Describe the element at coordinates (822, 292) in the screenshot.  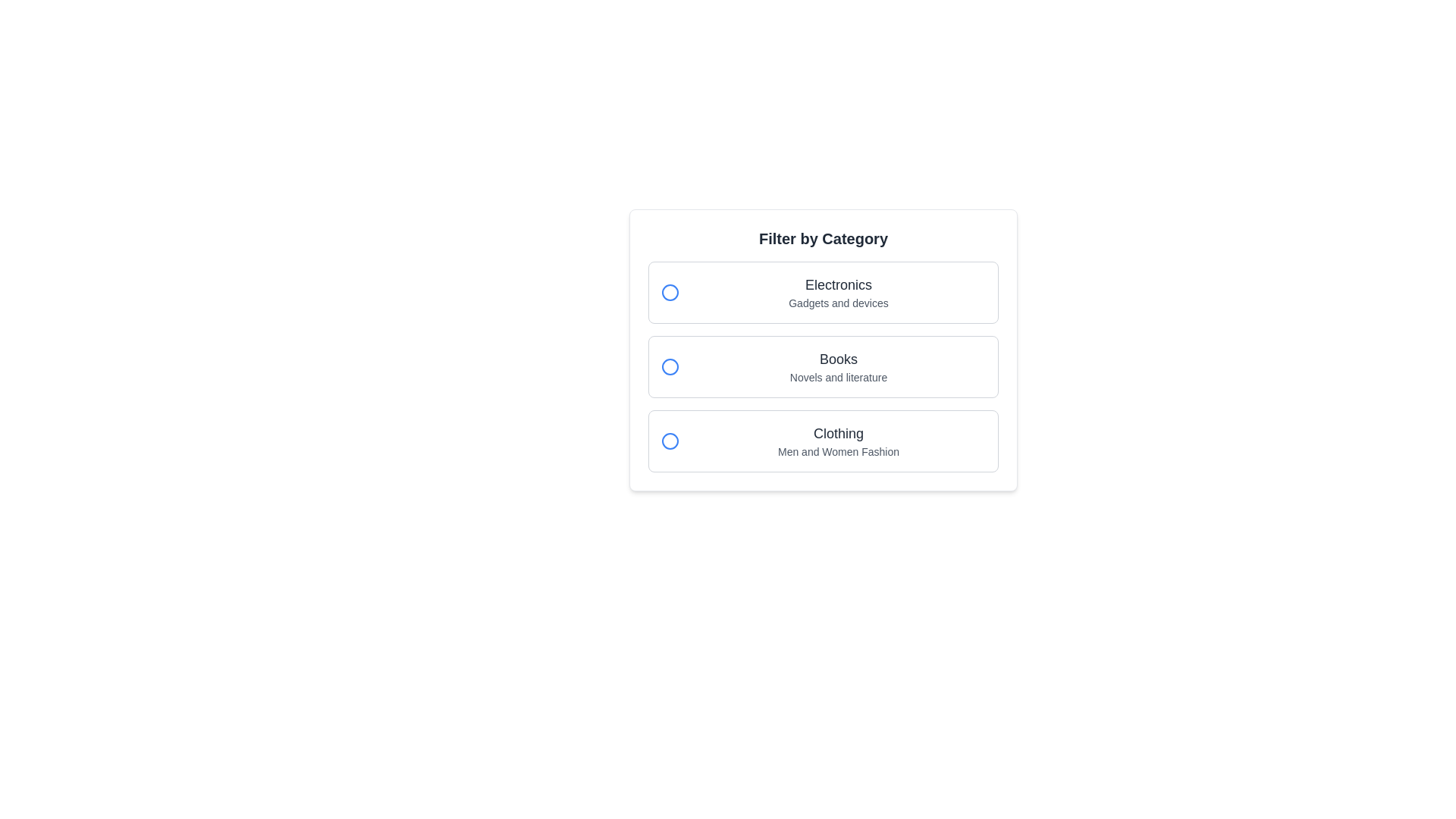
I see `the first selectable filter option for the category 'Electronics'` at that location.